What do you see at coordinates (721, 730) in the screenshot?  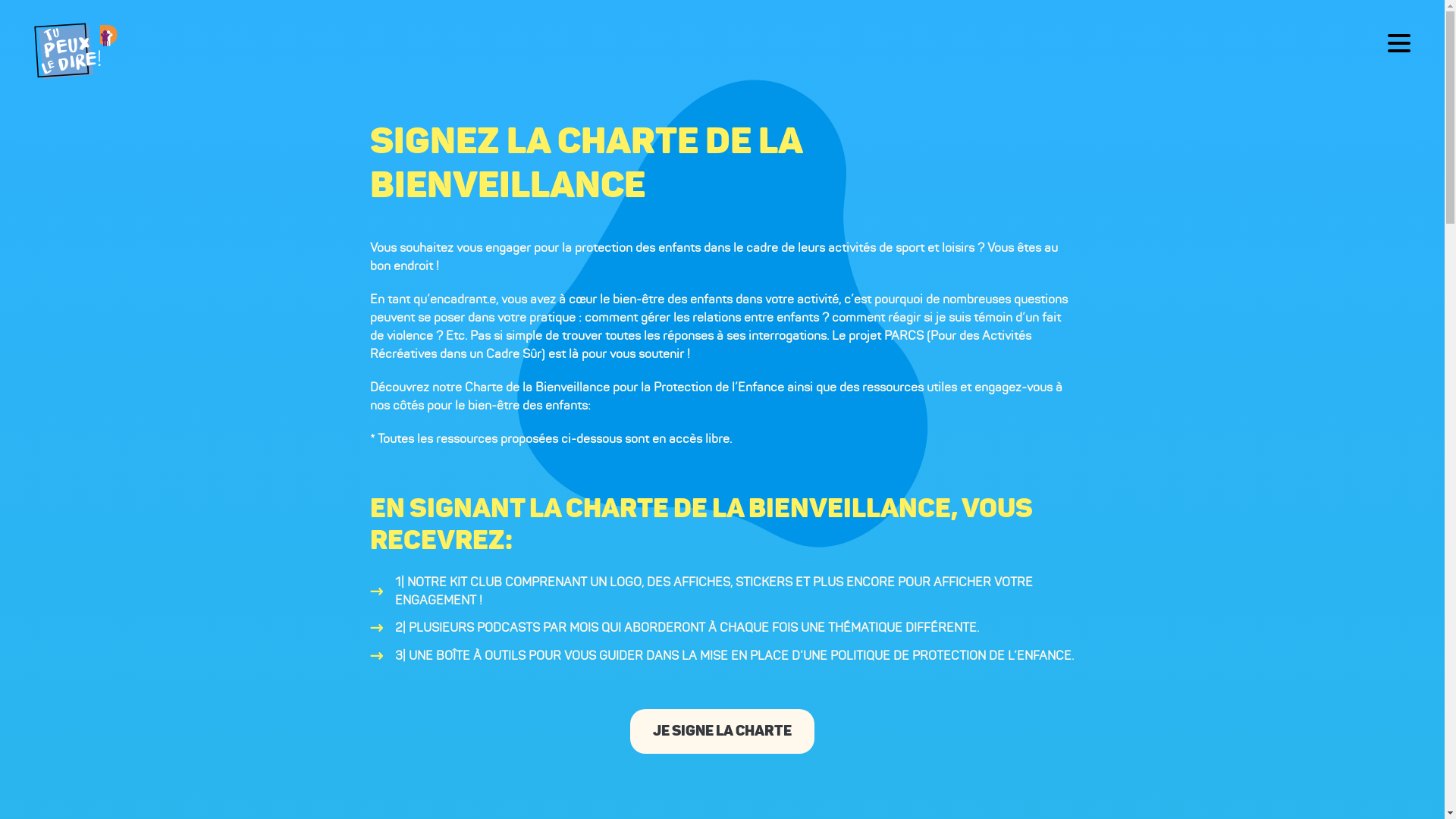 I see `'JE SIGNE LA CHARTE'` at bounding box center [721, 730].